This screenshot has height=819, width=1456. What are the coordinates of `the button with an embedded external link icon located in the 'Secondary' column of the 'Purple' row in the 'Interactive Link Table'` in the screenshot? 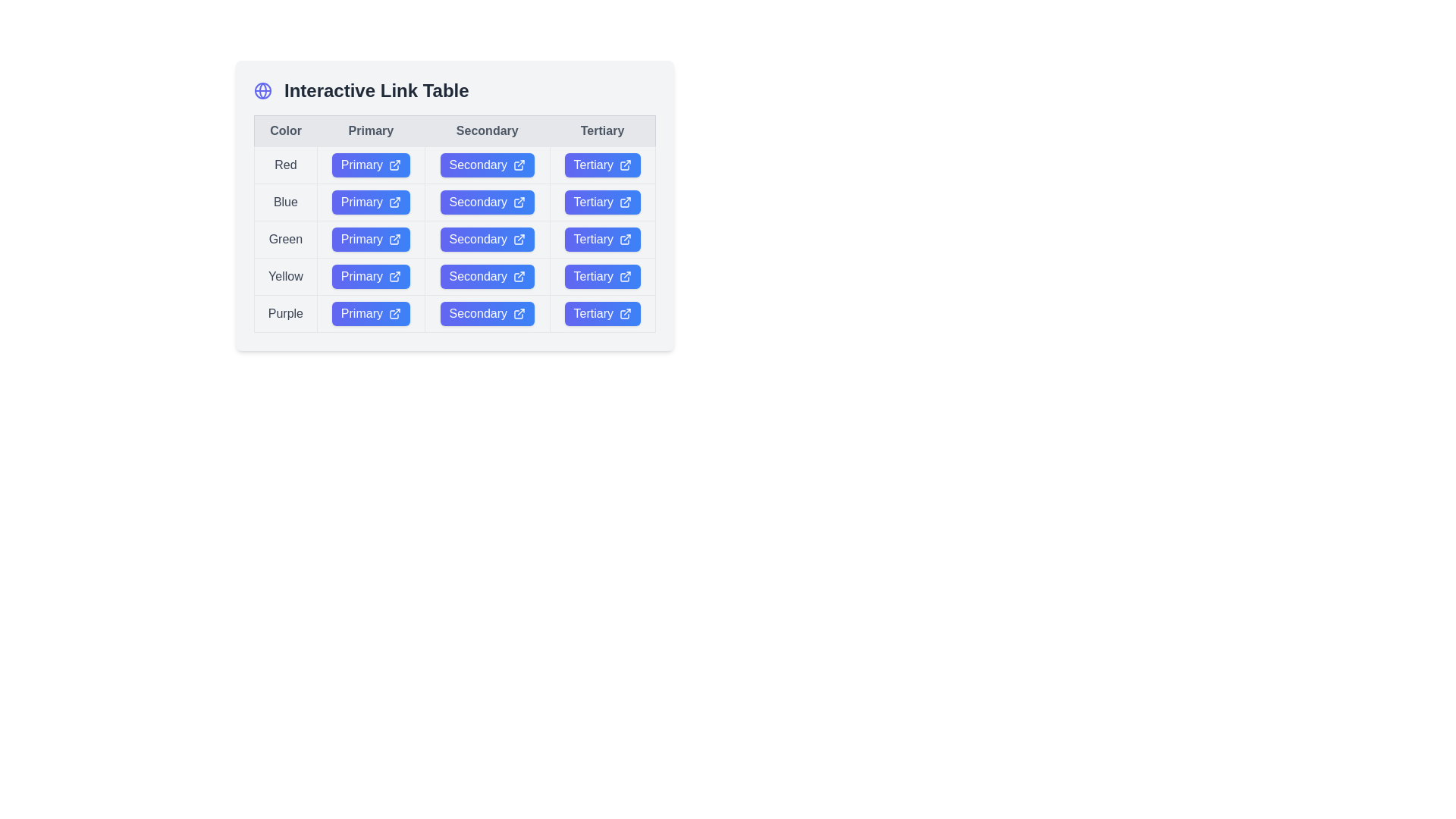 It's located at (487, 312).